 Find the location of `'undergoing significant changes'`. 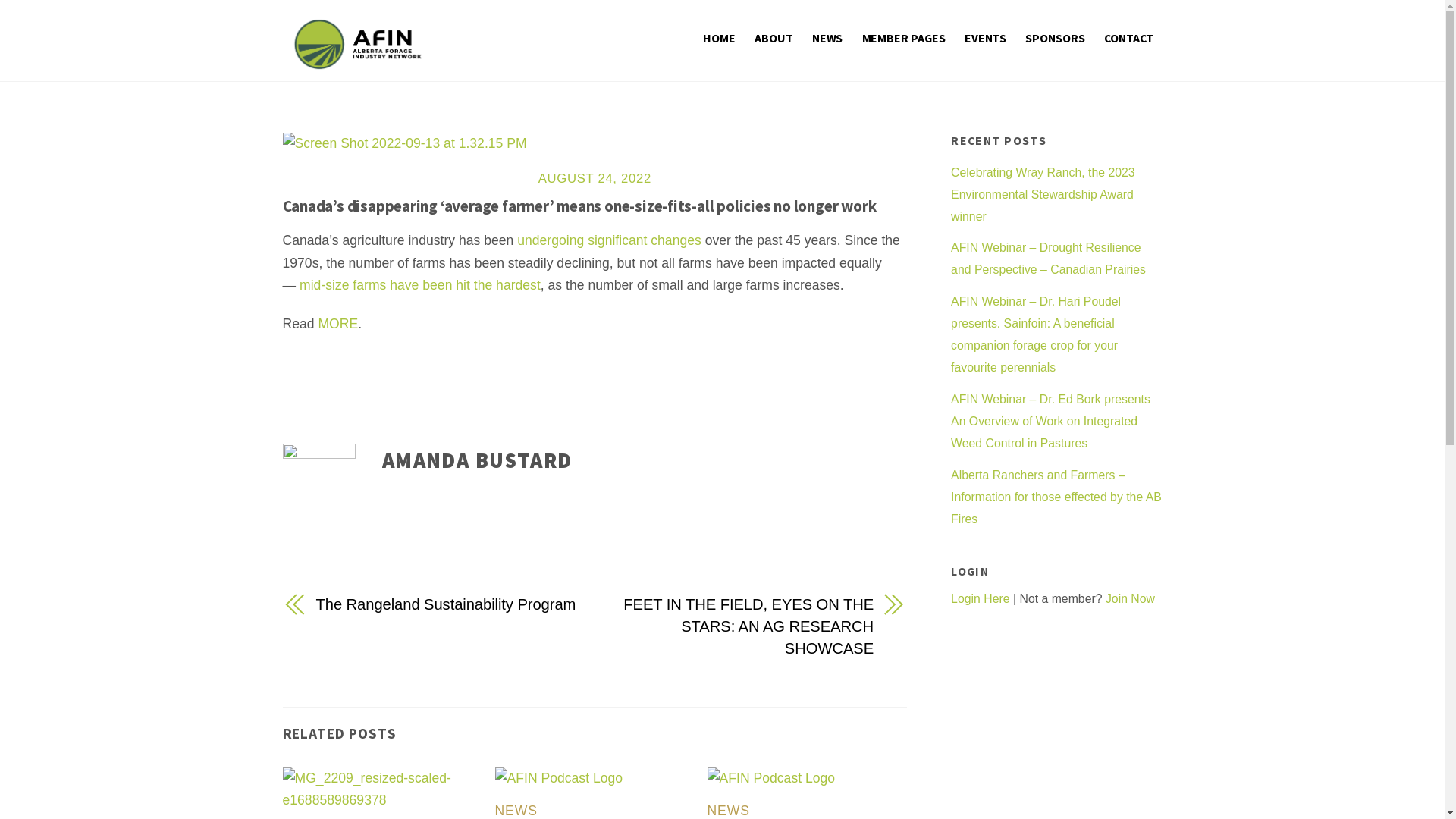

'undergoing significant changes' is located at coordinates (609, 239).